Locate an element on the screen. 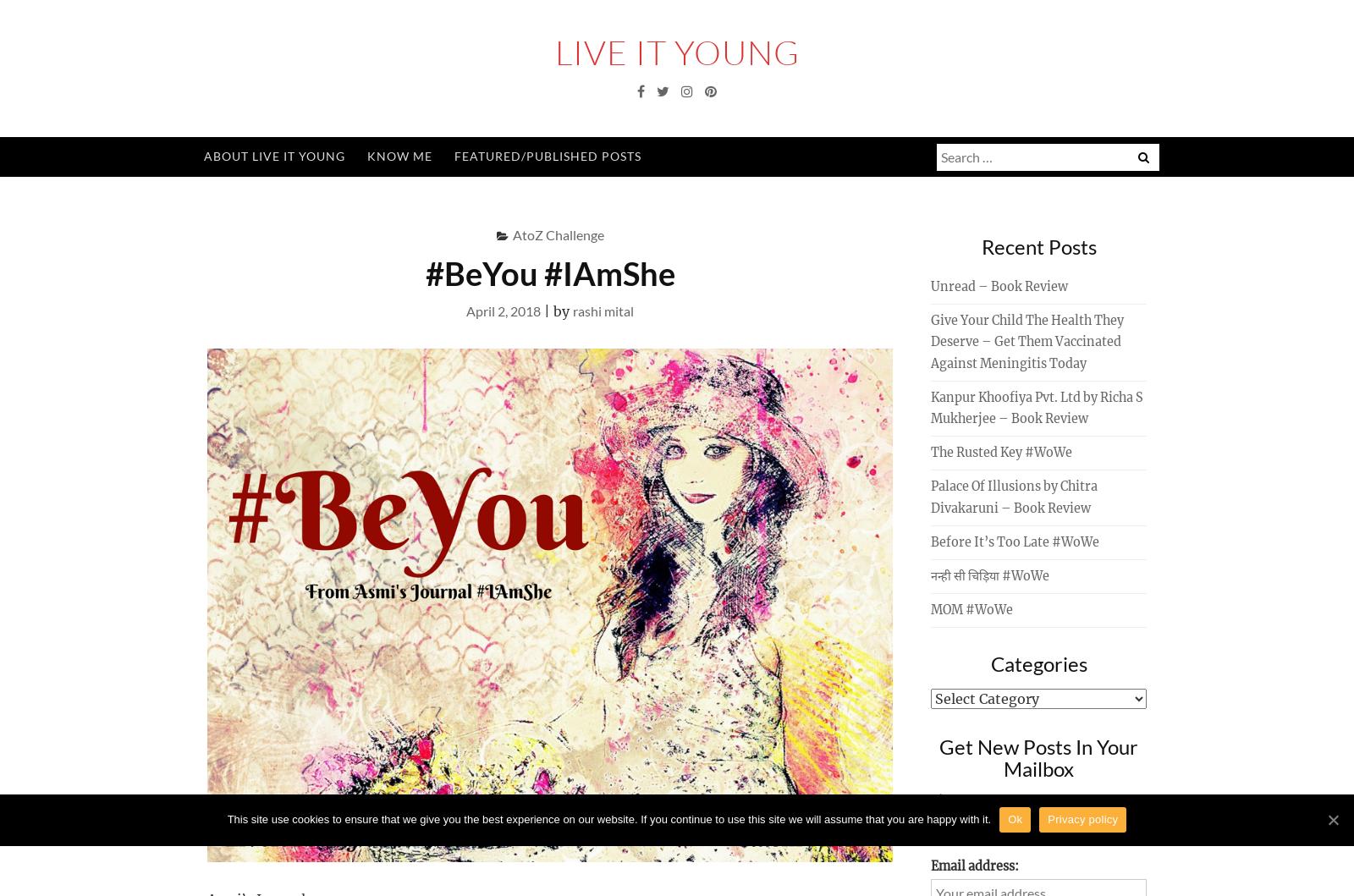 The width and height of the screenshot is (1354, 896). 'MOM  #WoWe' is located at coordinates (971, 609).